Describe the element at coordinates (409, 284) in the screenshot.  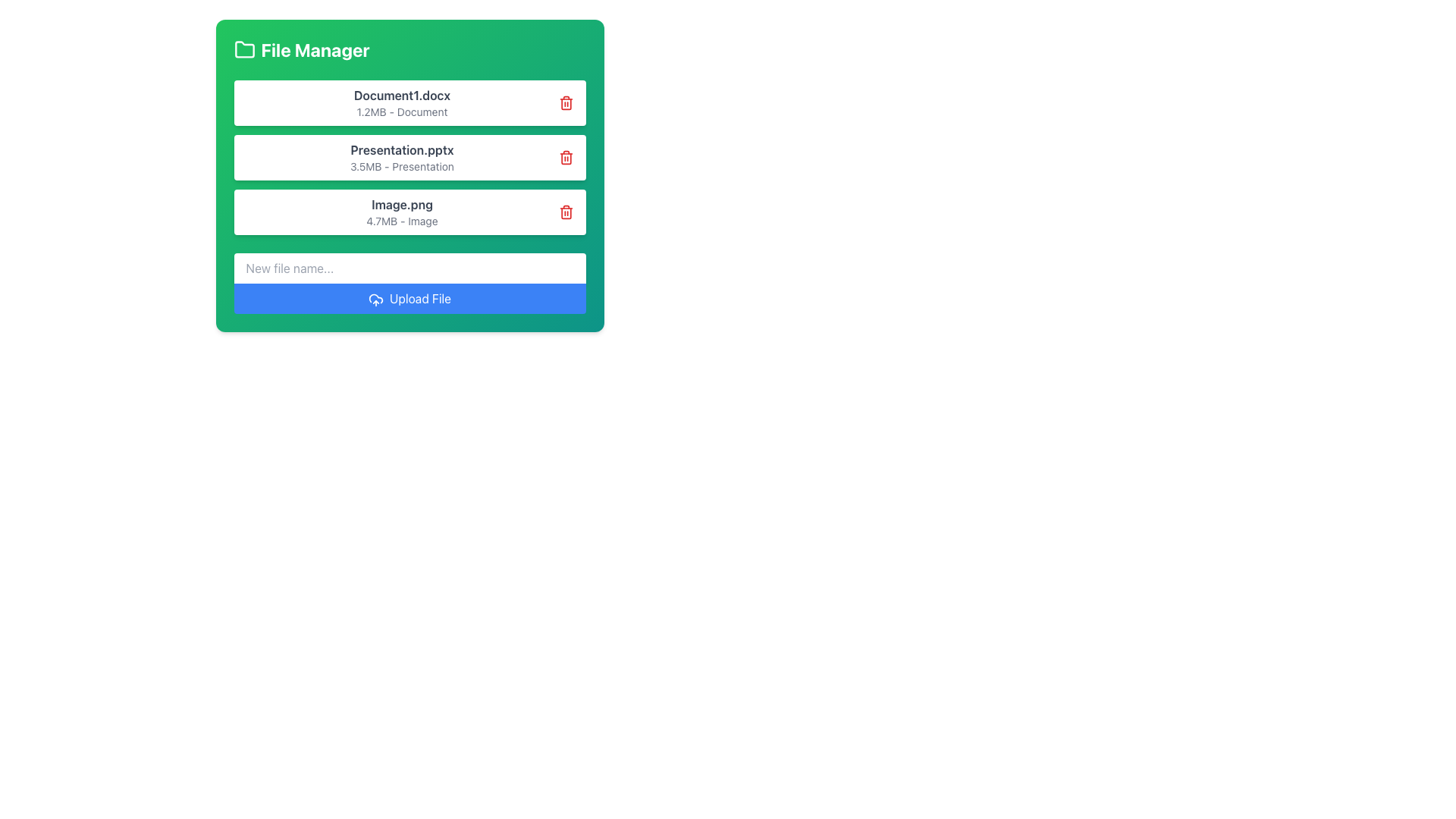
I see `the upload button located below the 'New file name...' text input field in the File Manager card to initiate the file upload process` at that location.